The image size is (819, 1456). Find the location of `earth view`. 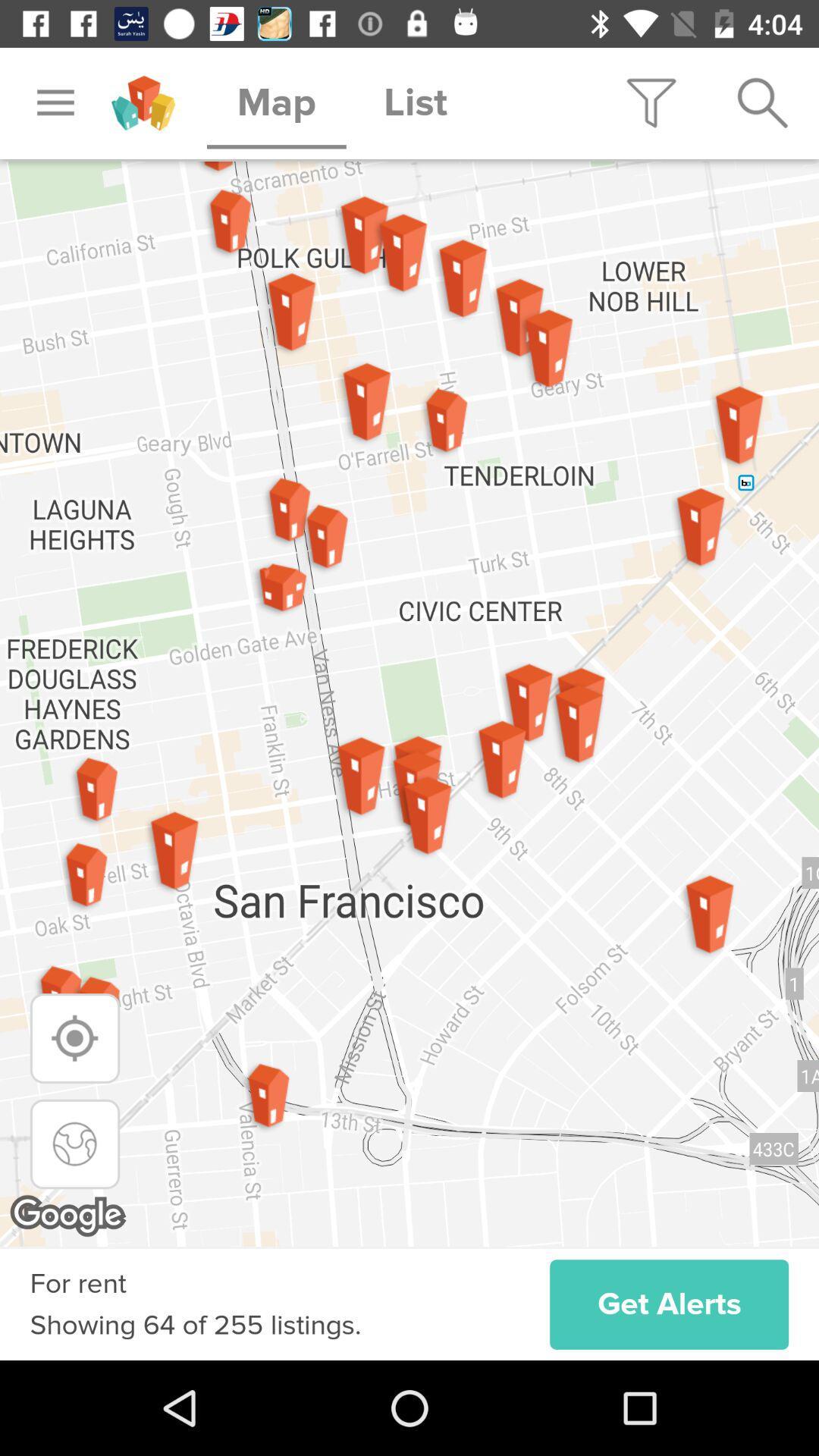

earth view is located at coordinates (75, 1144).